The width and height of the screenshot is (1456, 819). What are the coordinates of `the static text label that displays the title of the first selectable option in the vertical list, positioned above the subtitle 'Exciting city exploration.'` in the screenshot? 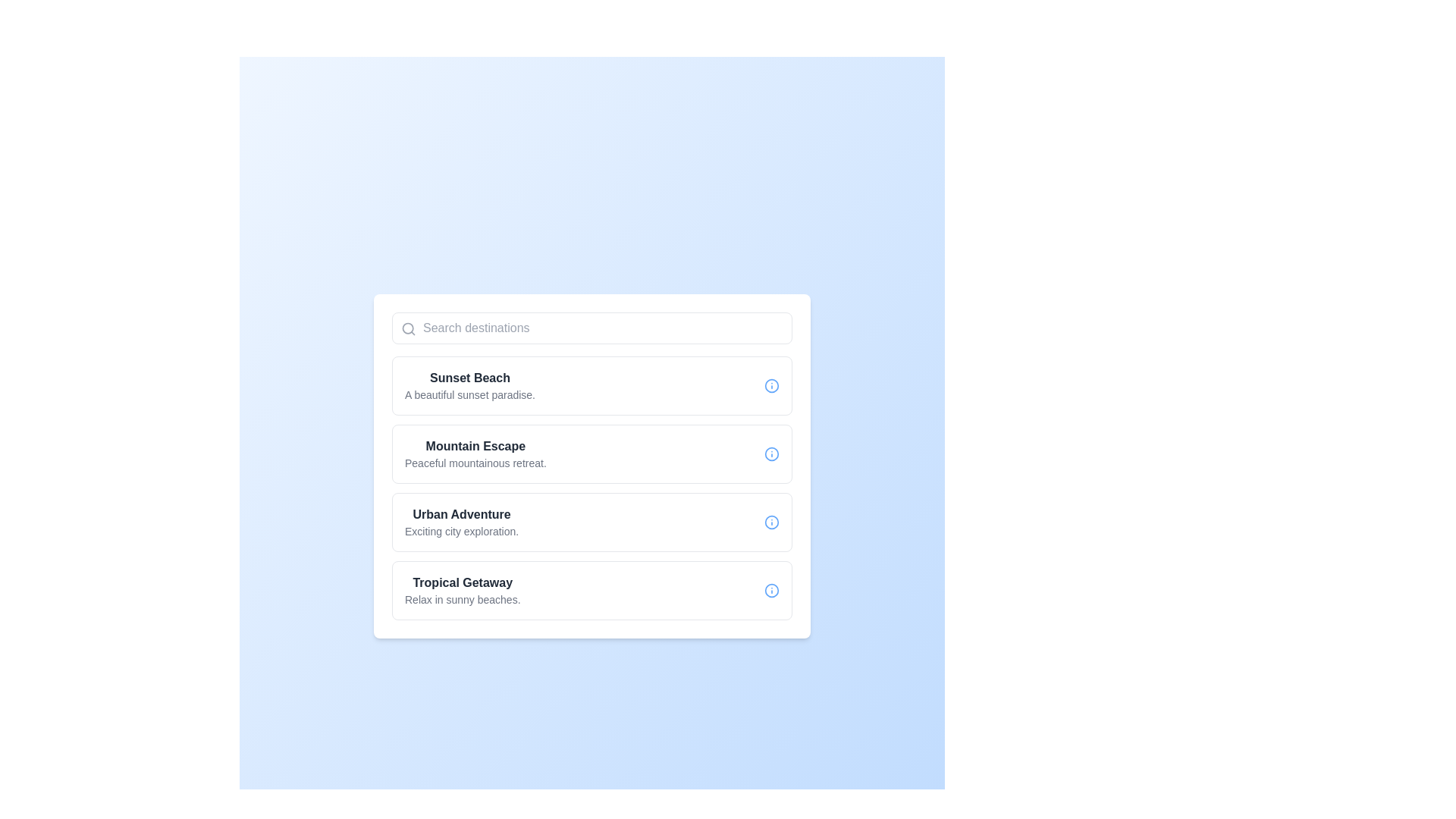 It's located at (461, 513).